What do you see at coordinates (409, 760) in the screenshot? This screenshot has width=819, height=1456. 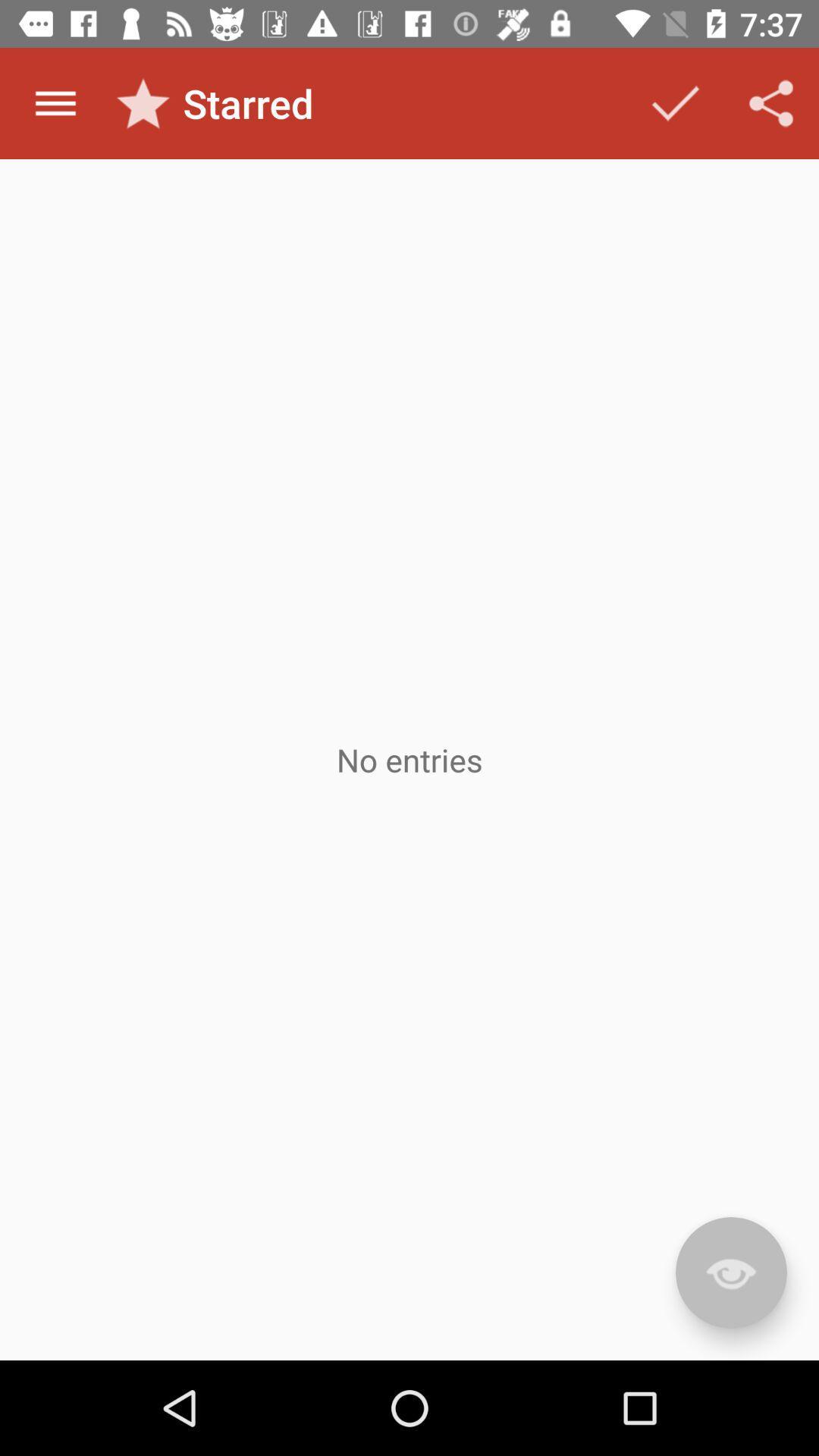 I see `no entries item` at bounding box center [409, 760].